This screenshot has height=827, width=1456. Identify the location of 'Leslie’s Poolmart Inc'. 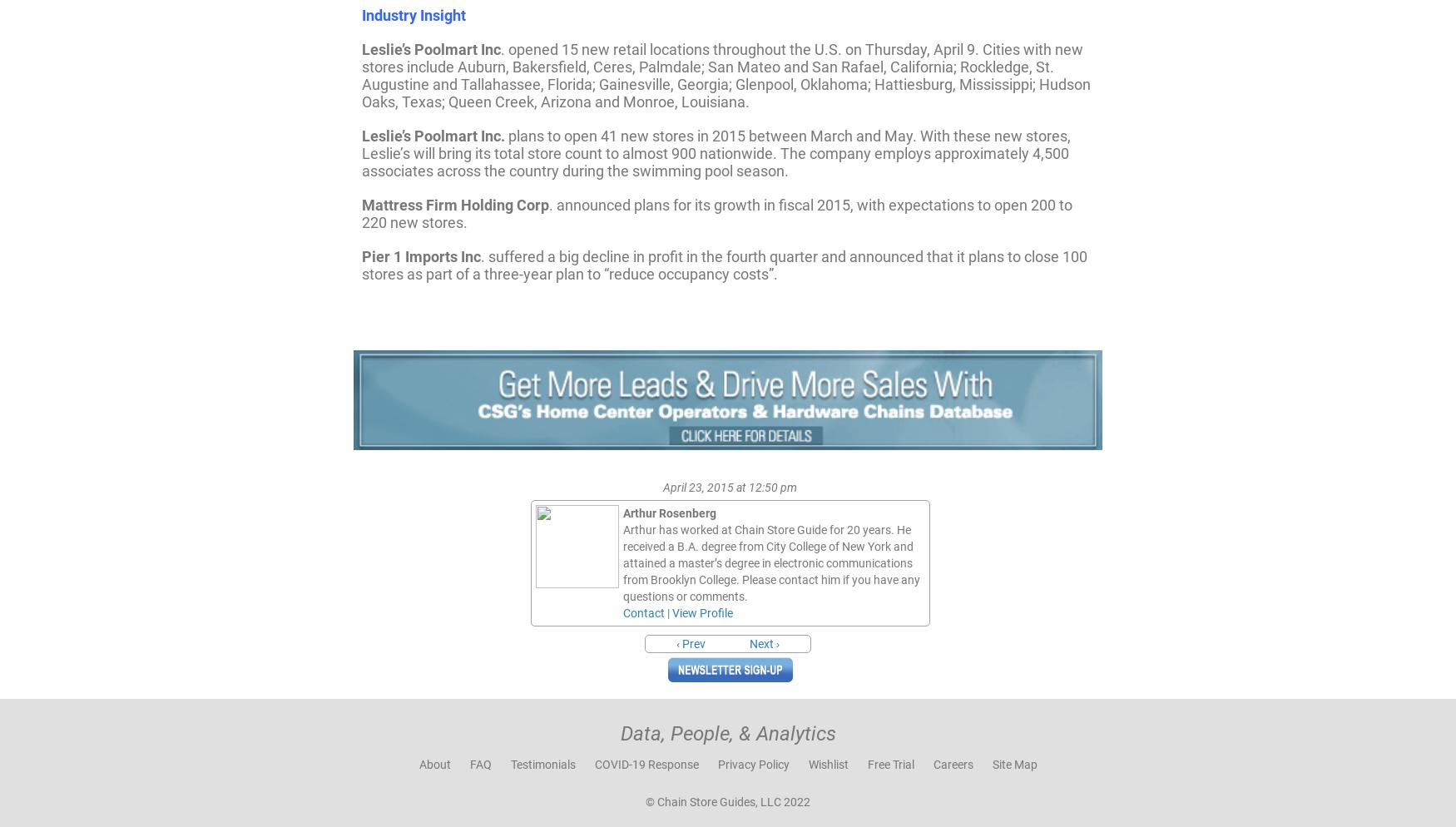
(430, 47).